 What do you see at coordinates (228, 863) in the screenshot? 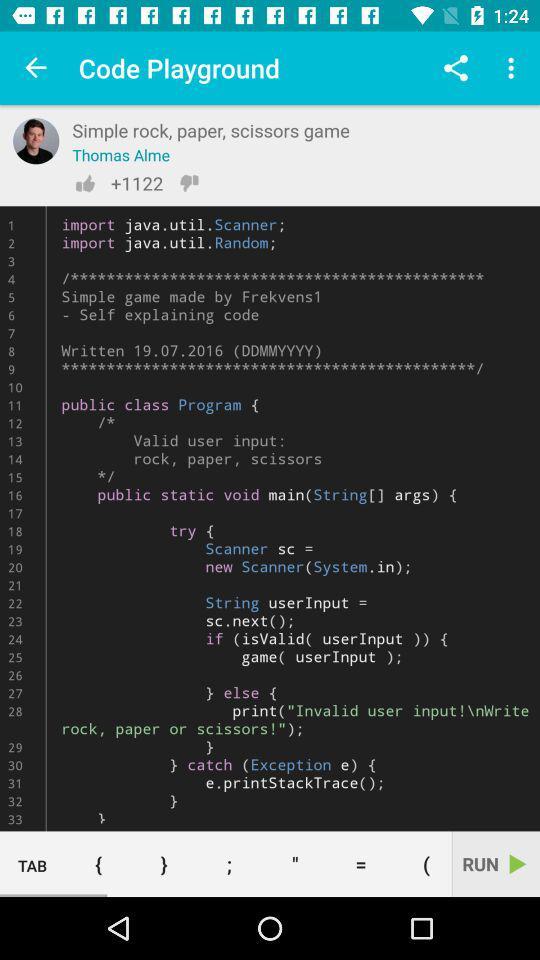
I see `the icon next to the } item` at bounding box center [228, 863].